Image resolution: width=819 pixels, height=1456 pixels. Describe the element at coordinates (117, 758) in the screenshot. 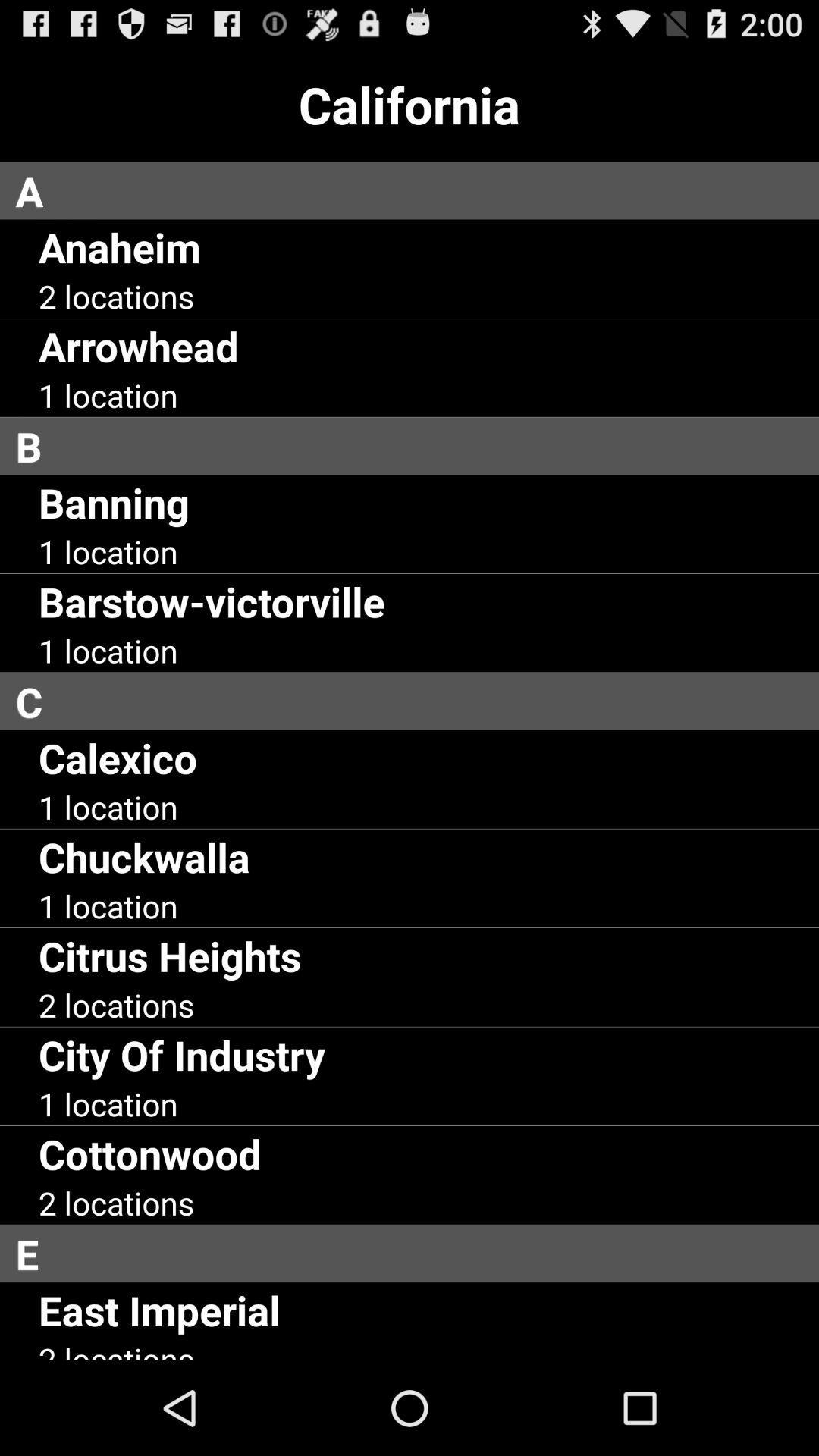

I see `calexico item` at that location.